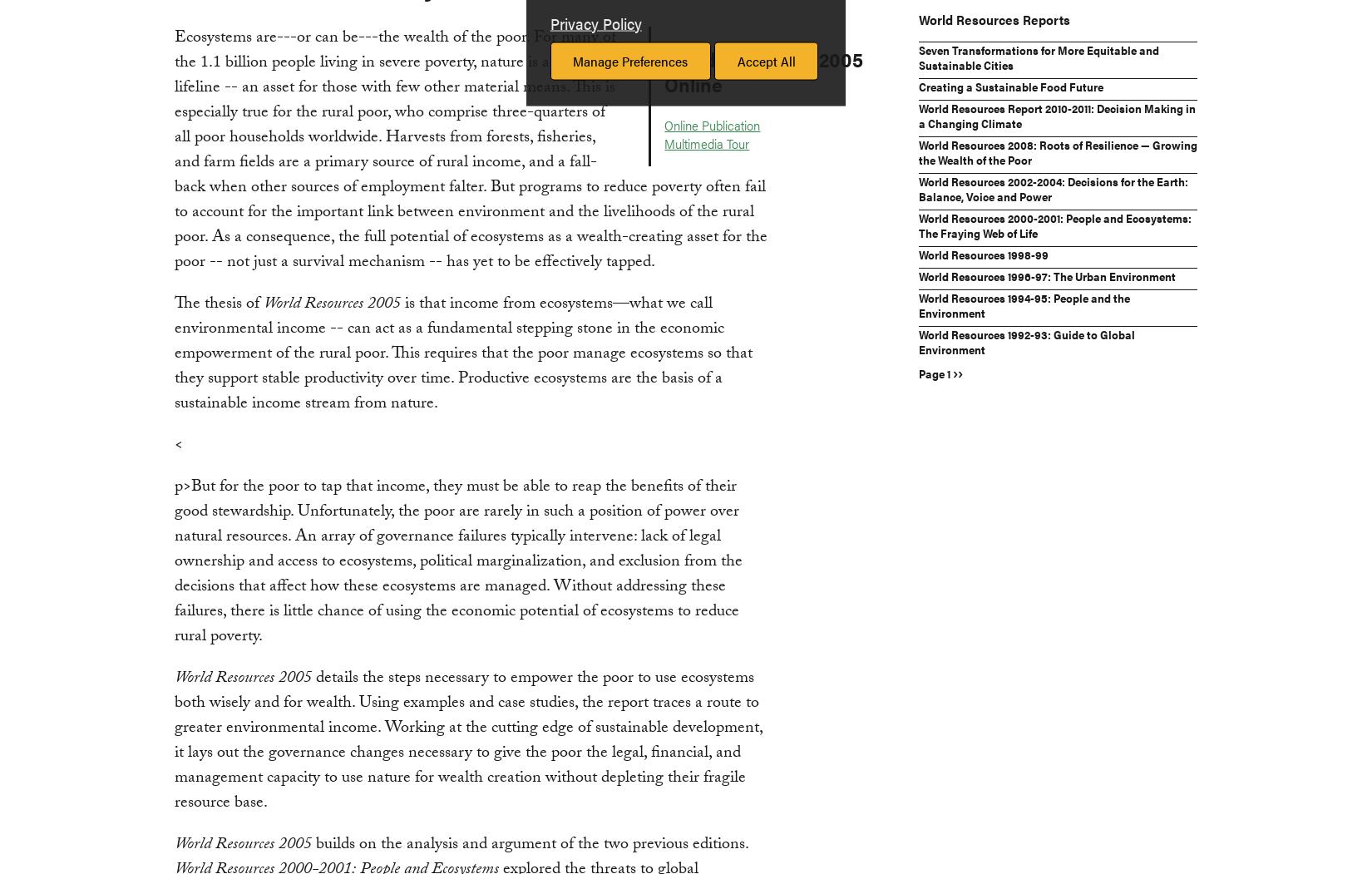 Image resolution: width=1372 pixels, height=874 pixels. What do you see at coordinates (528, 844) in the screenshot?
I see `'builds on the analysis and argument of the two previous editions.'` at bounding box center [528, 844].